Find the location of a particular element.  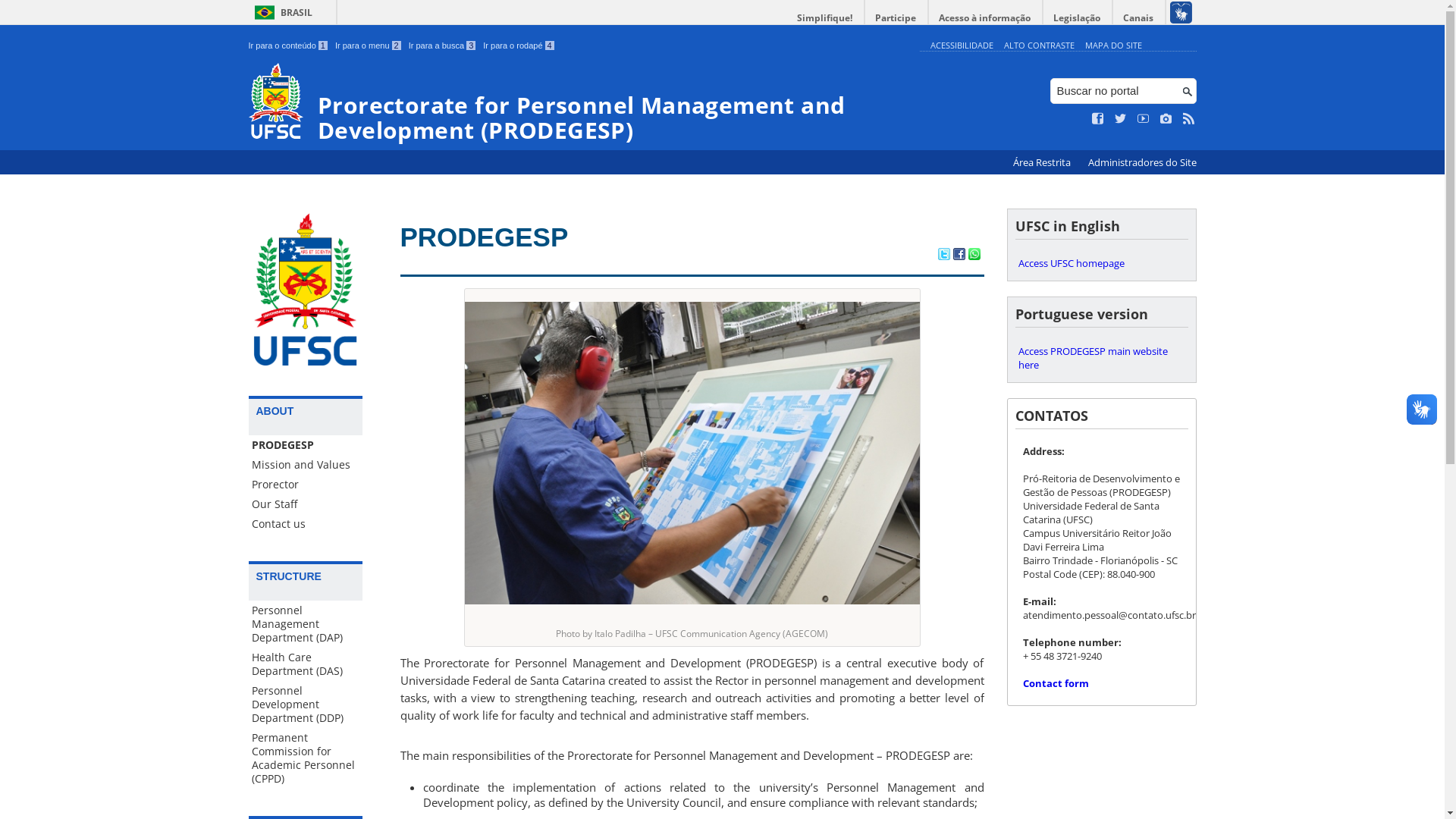

'ALTO CONTRASTE' is located at coordinates (1038, 44).